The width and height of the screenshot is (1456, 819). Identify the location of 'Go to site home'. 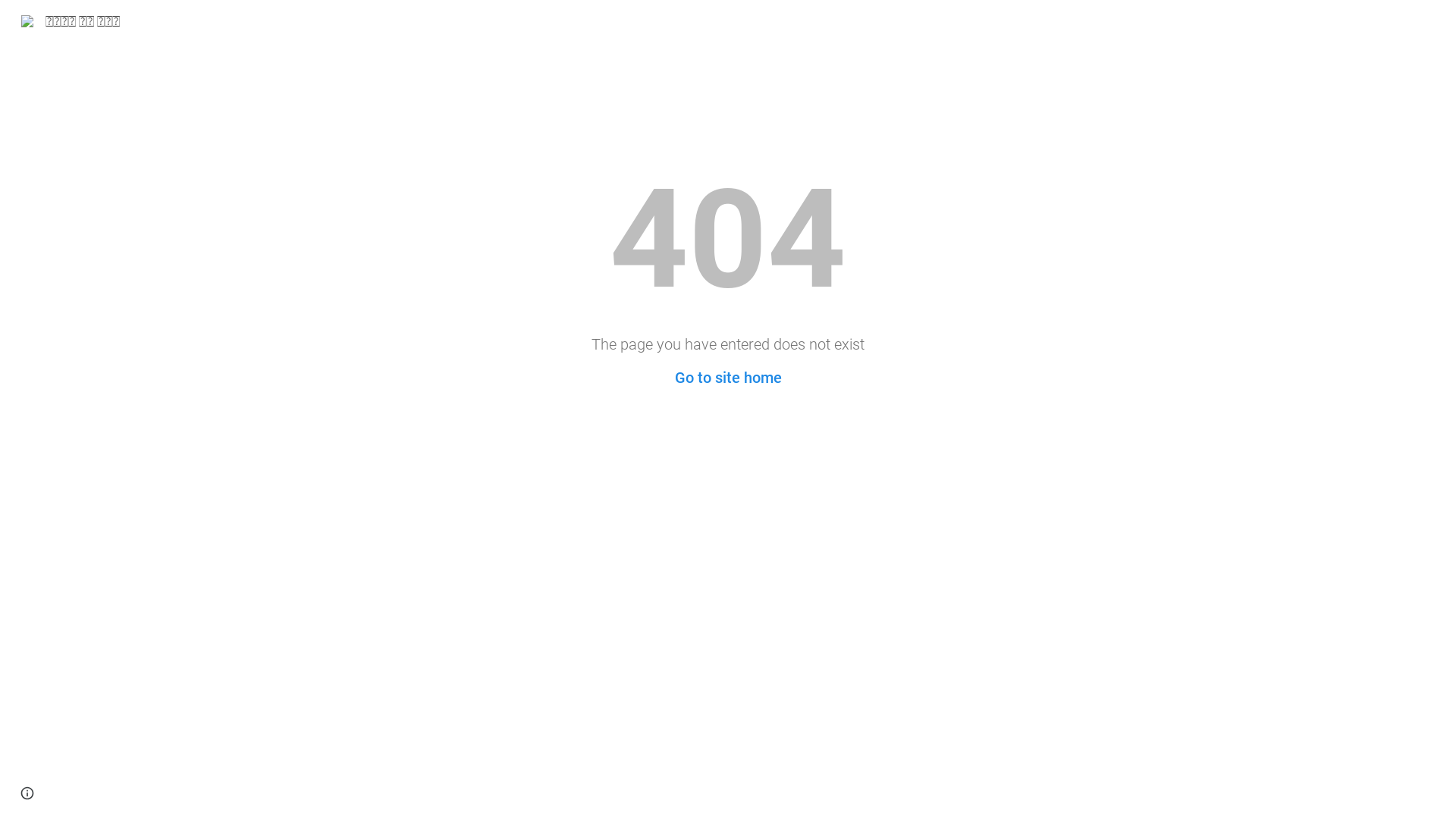
(728, 376).